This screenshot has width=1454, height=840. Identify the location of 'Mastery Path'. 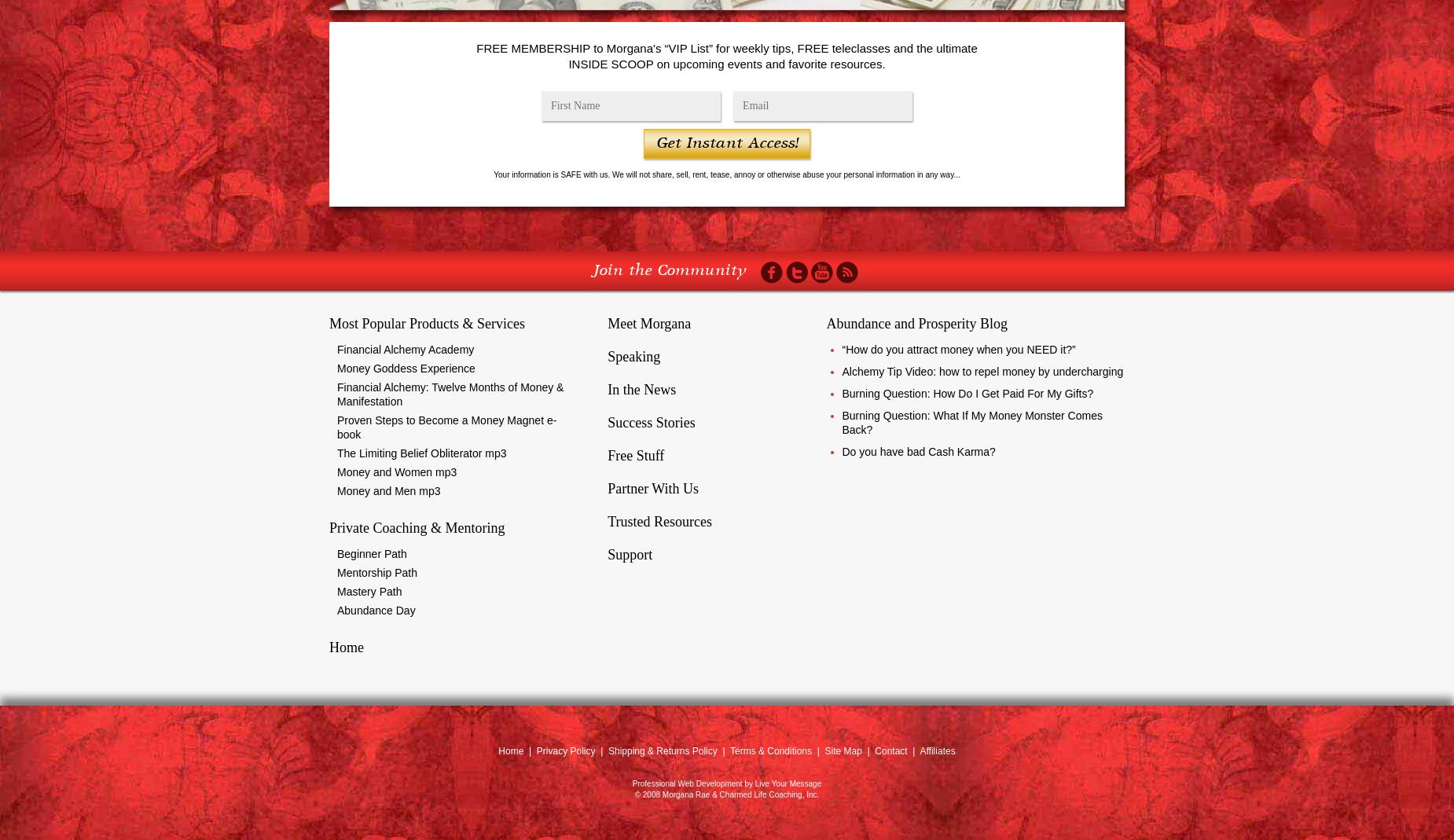
(369, 592).